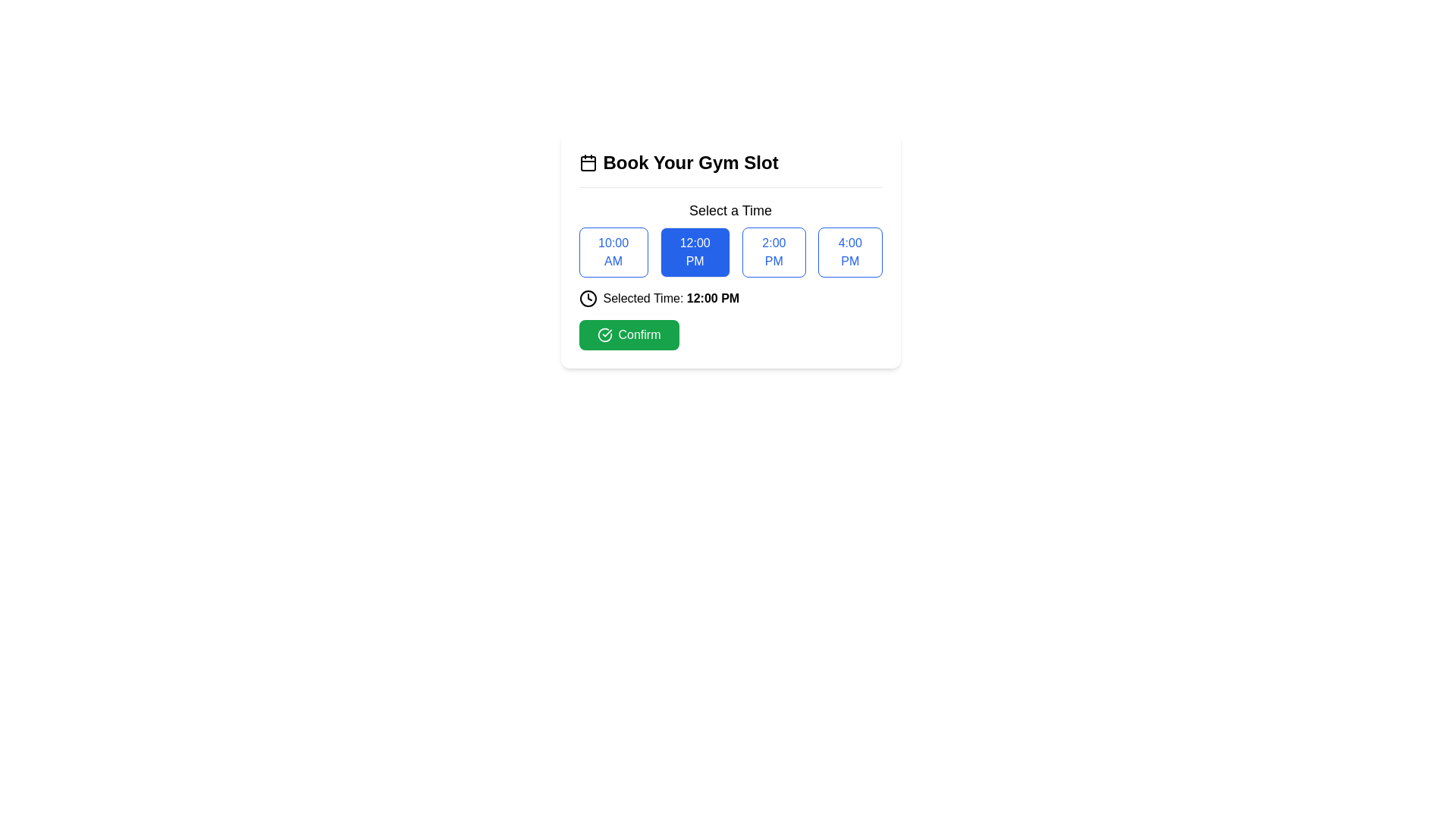 The image size is (1456, 819). What do you see at coordinates (613, 251) in the screenshot?
I see `the first time slot button for '10:00 AM'` at bounding box center [613, 251].